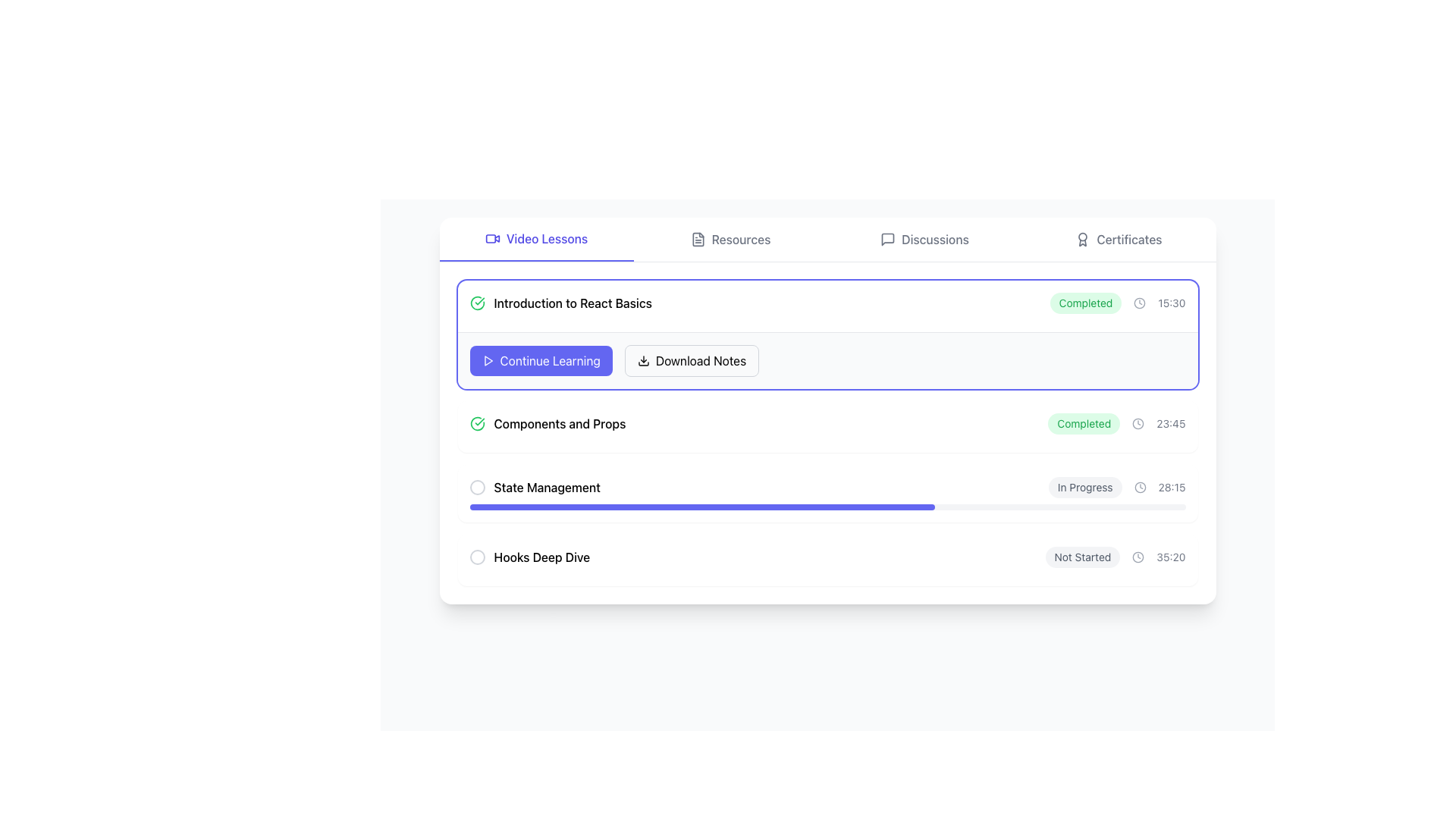  What do you see at coordinates (476, 488) in the screenshot?
I see `the progress indicator located to the left of the 'State Management' text to track the status of the lesson` at bounding box center [476, 488].